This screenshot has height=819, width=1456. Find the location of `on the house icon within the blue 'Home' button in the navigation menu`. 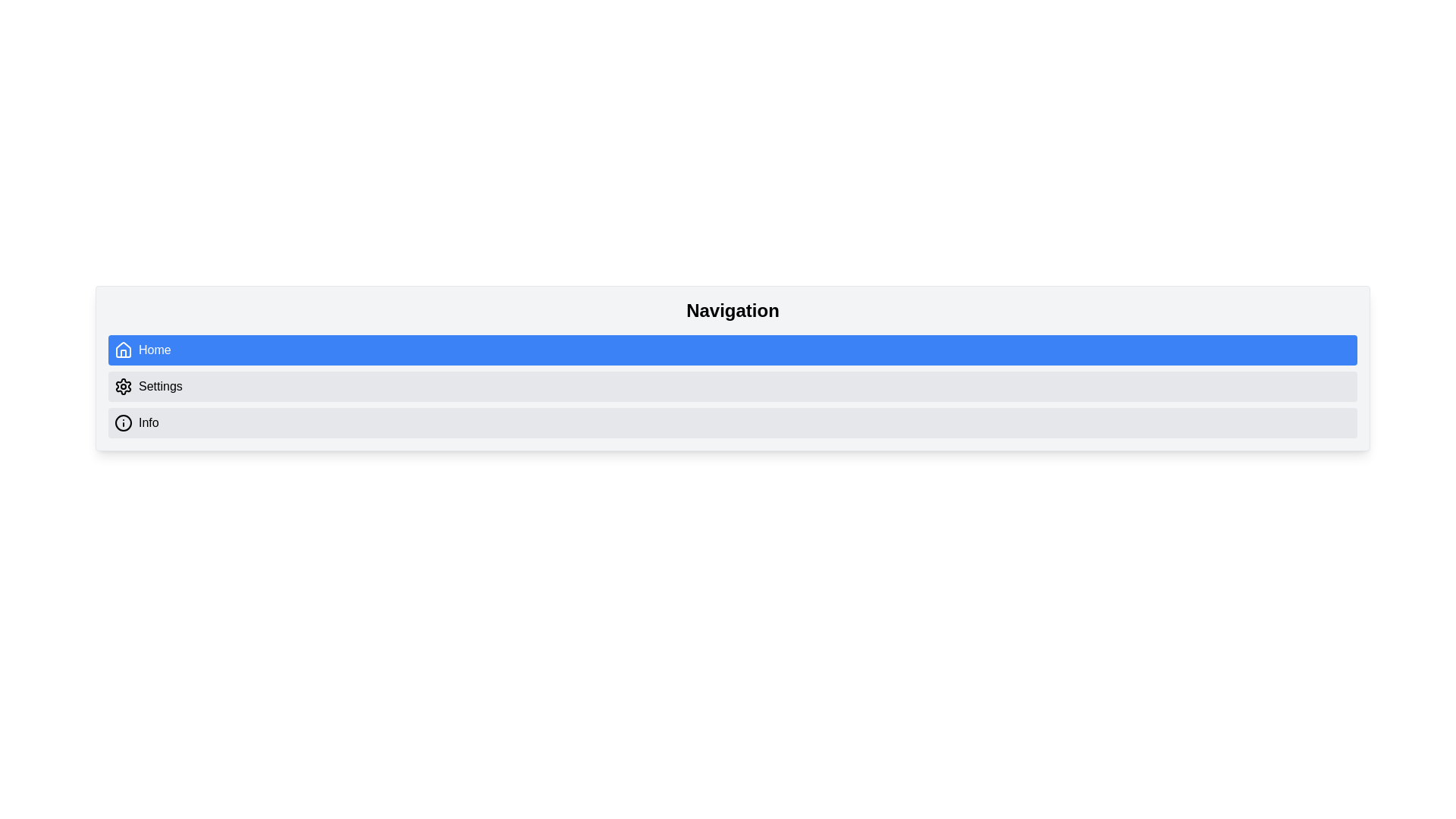

on the house icon within the blue 'Home' button in the navigation menu is located at coordinates (124, 350).